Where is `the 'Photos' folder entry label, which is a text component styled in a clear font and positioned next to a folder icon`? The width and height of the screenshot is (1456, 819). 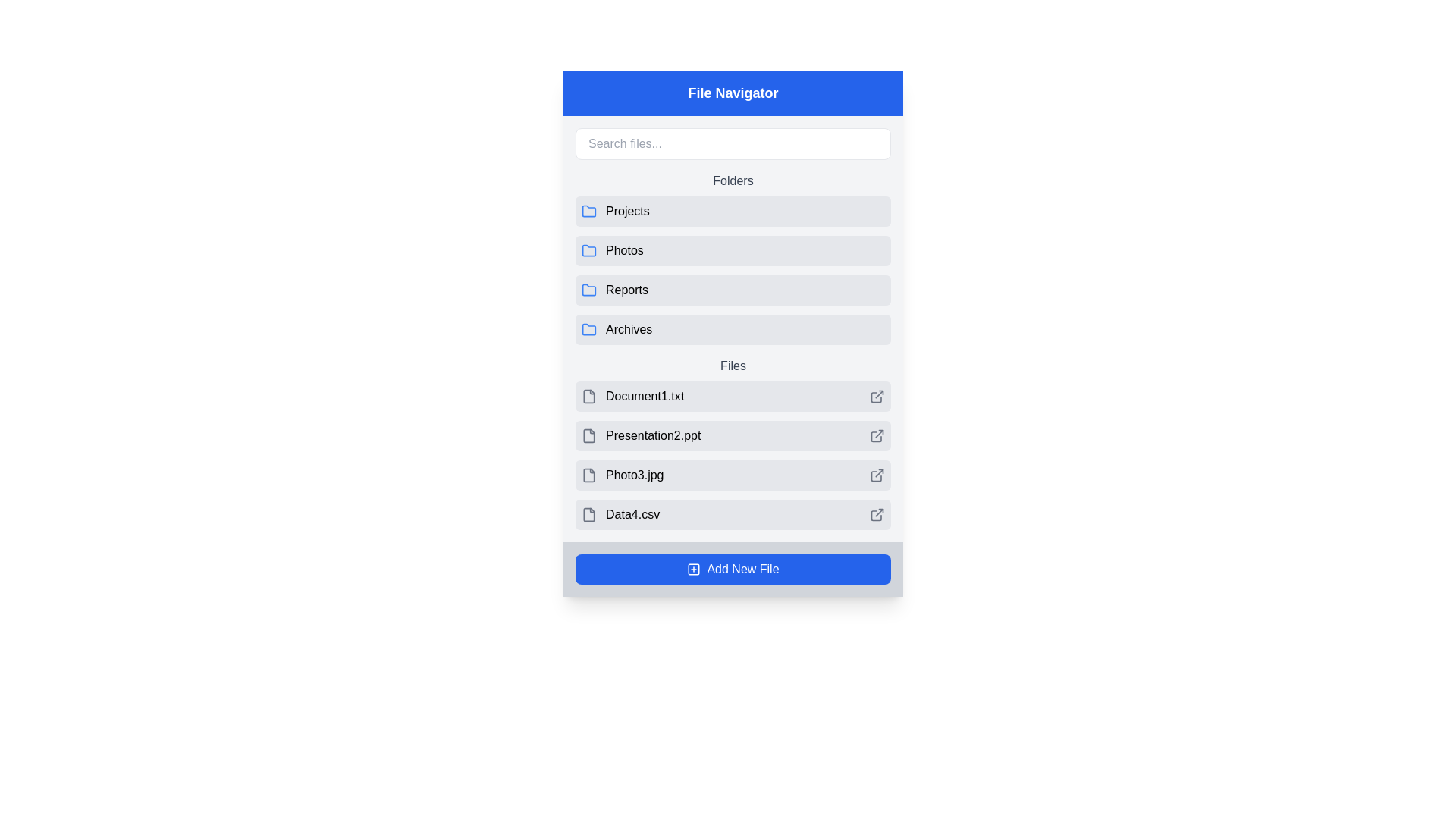
the 'Photos' folder entry label, which is a text component styled in a clear font and positioned next to a folder icon is located at coordinates (624, 250).